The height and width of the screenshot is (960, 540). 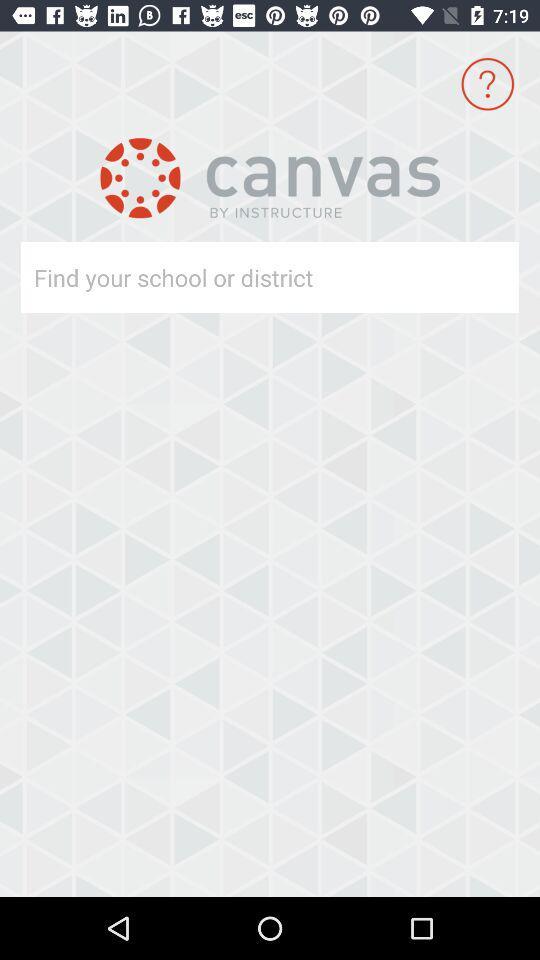 I want to click on search bar, so click(x=233, y=276).